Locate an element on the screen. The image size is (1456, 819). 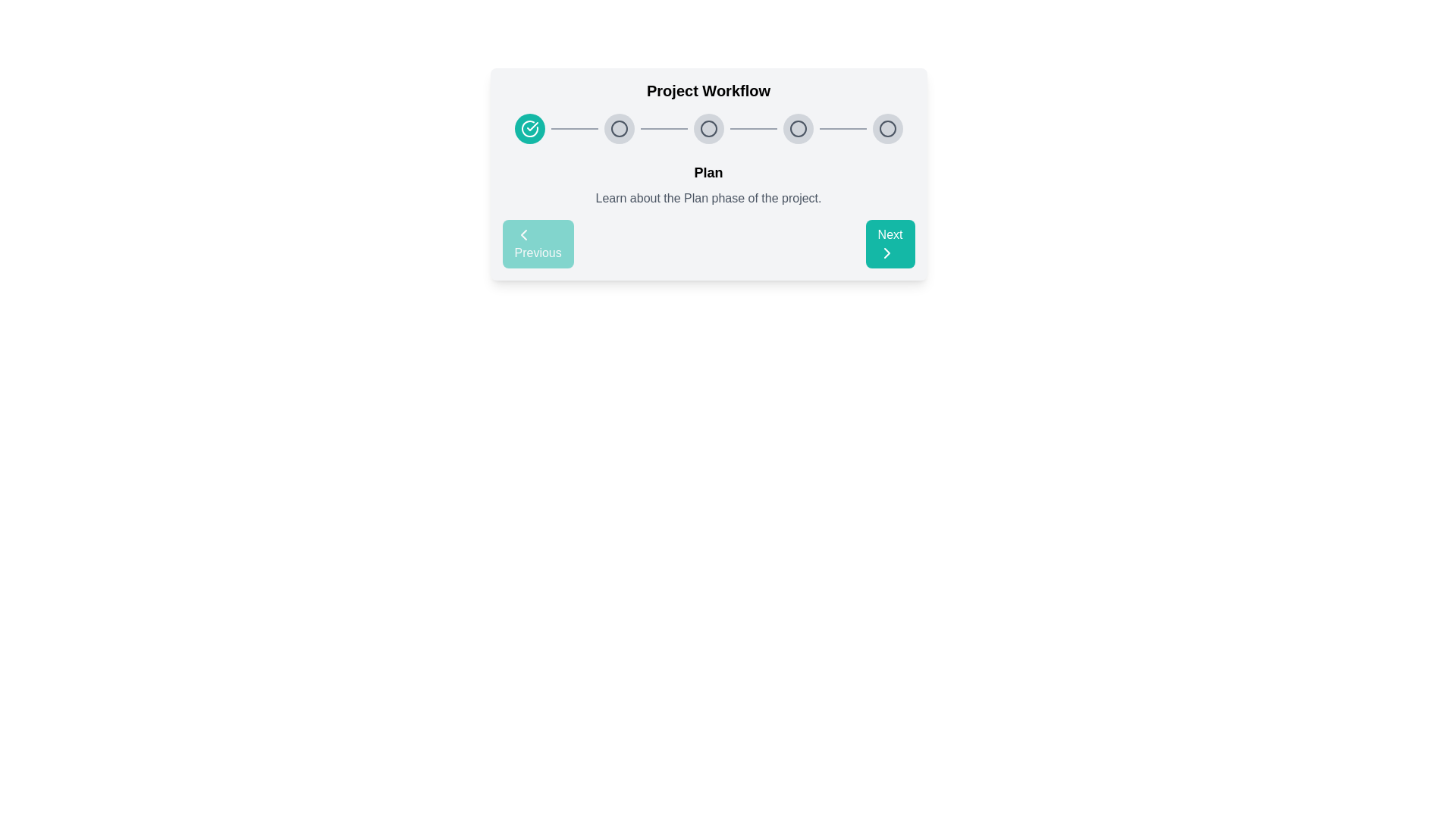
the 'Next' button to navigate to the next step is located at coordinates (890, 243).